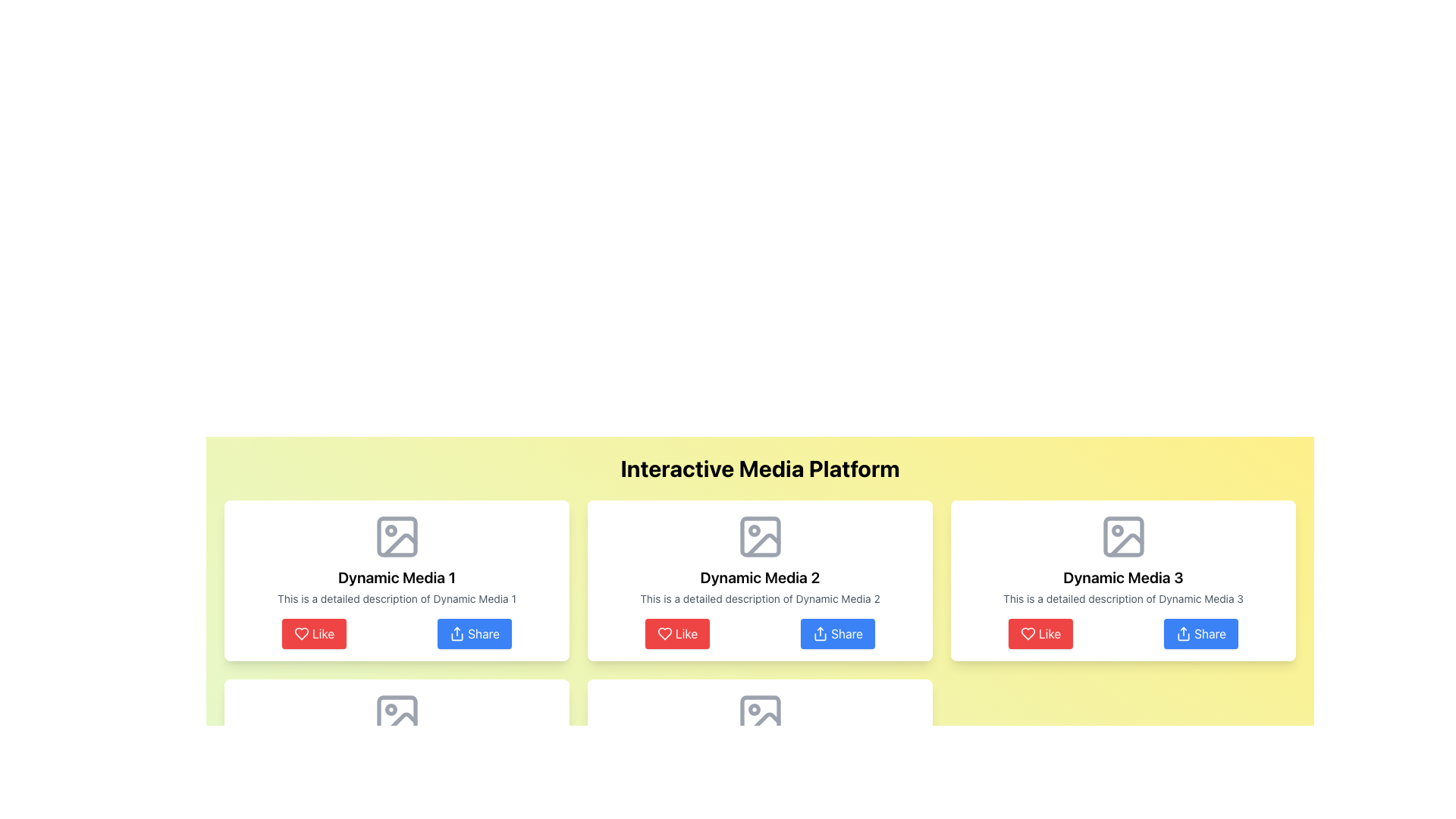  I want to click on the circular graphical detail in the SVG image icon within the media card titled 'Dynamic Media 2', located near the top-left quadrant, so click(754, 710).